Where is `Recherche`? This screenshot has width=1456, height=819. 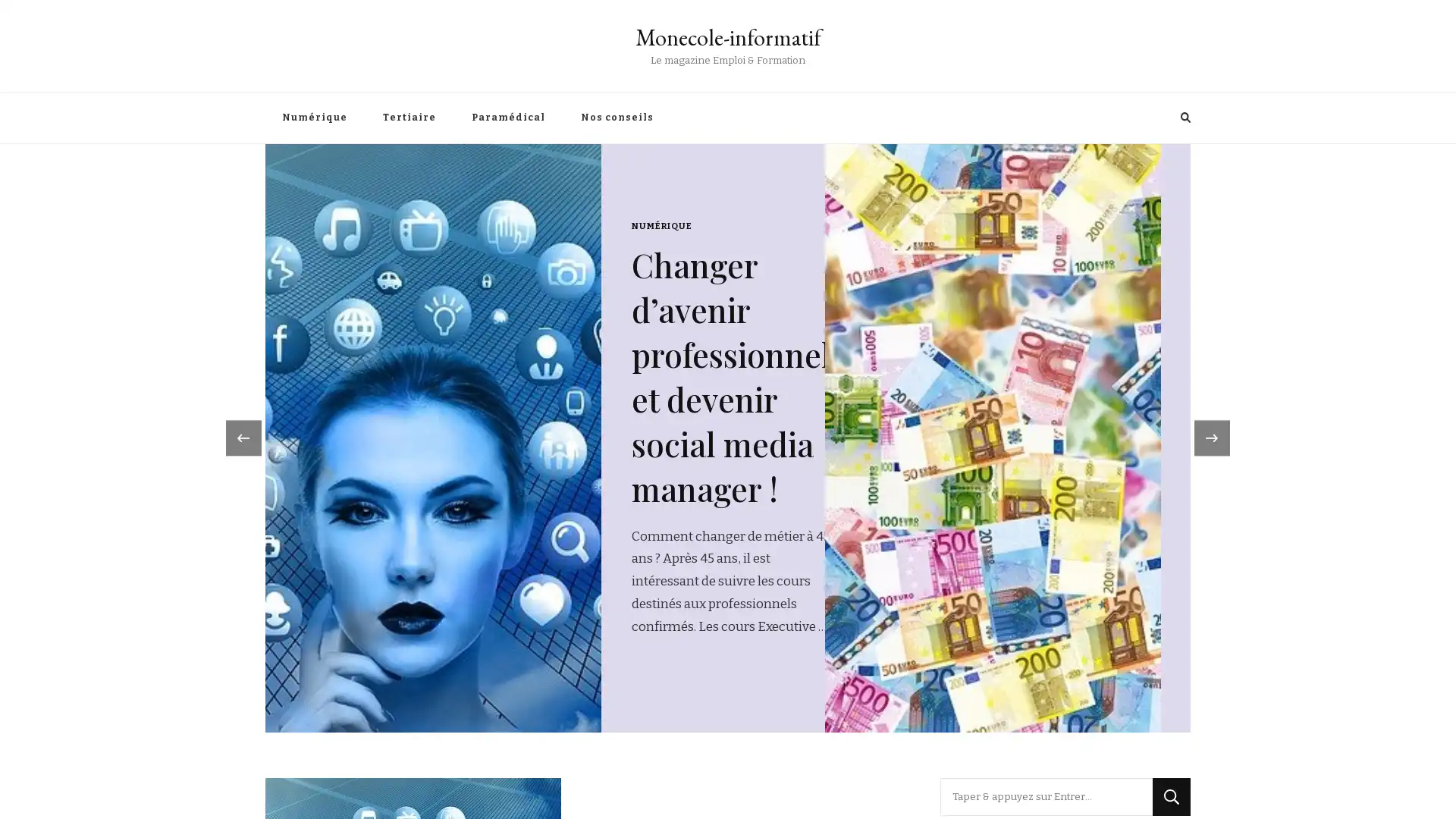
Recherche is located at coordinates (1171, 663).